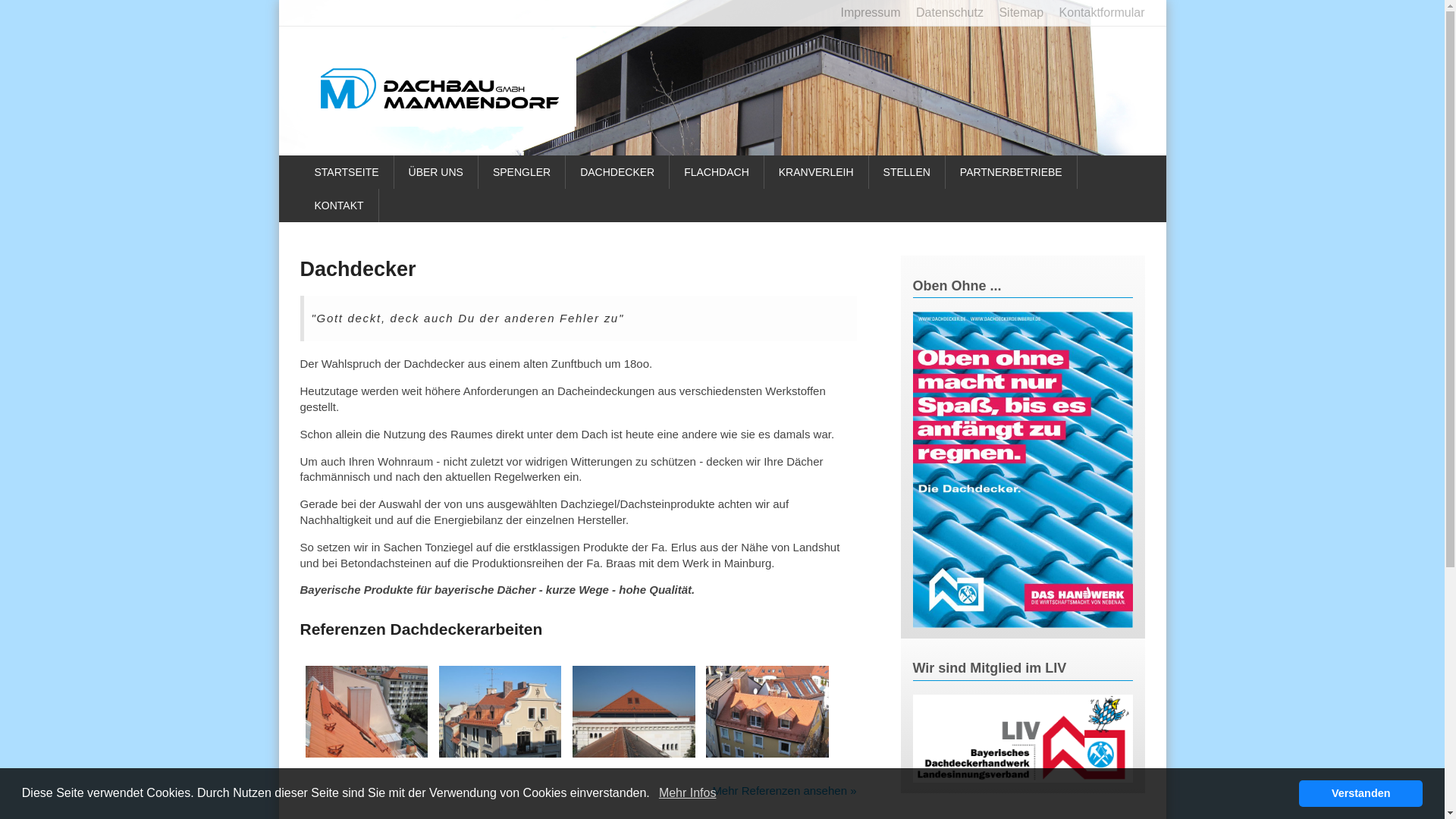  Describe the element at coordinates (1298, 792) in the screenshot. I see `'Verstanden'` at that location.